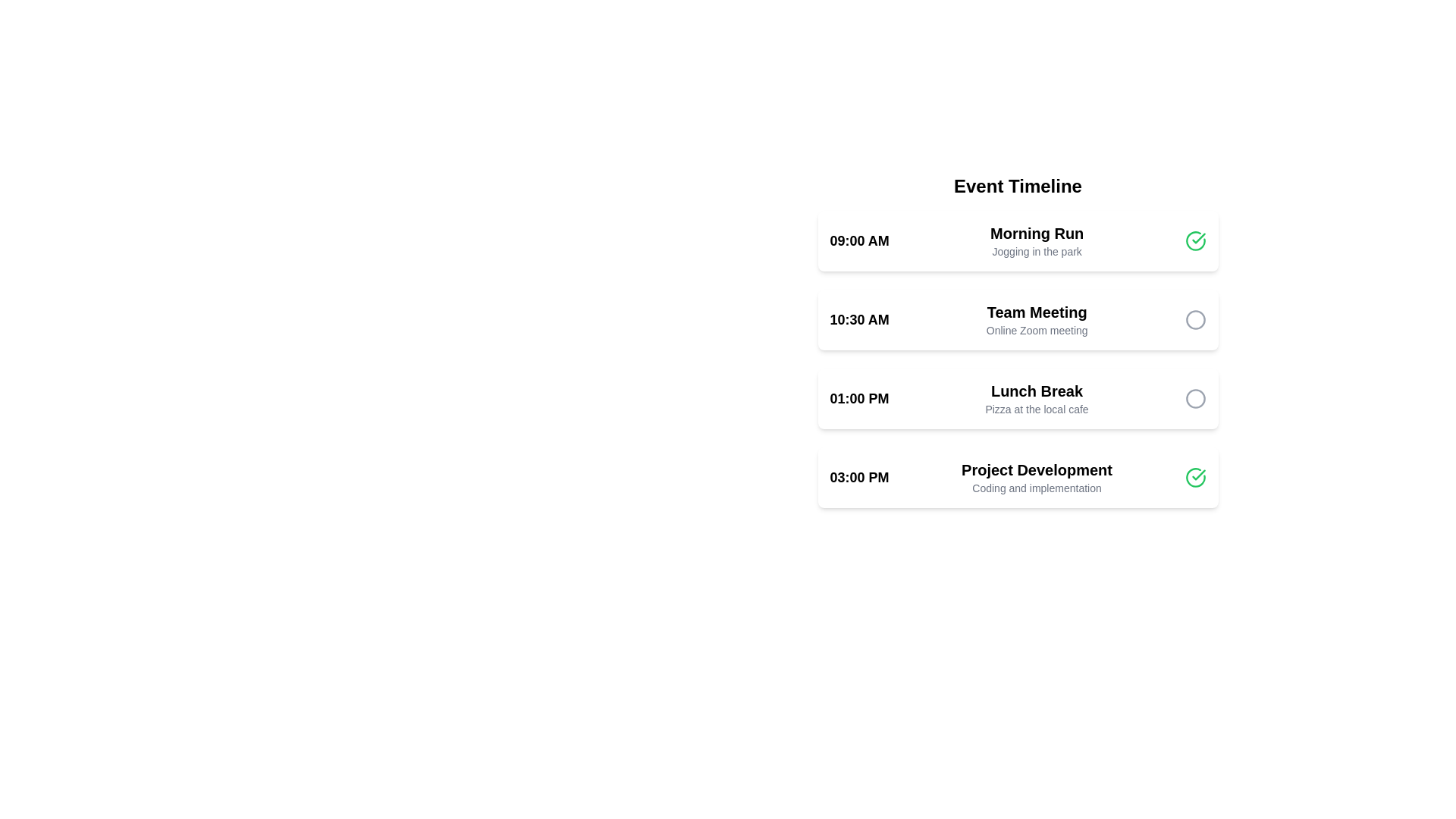  Describe the element at coordinates (1036, 240) in the screenshot. I see `the text block containing 'Morning Run' and 'Jogging in the park' located within the first event card in the timeline interface` at that location.